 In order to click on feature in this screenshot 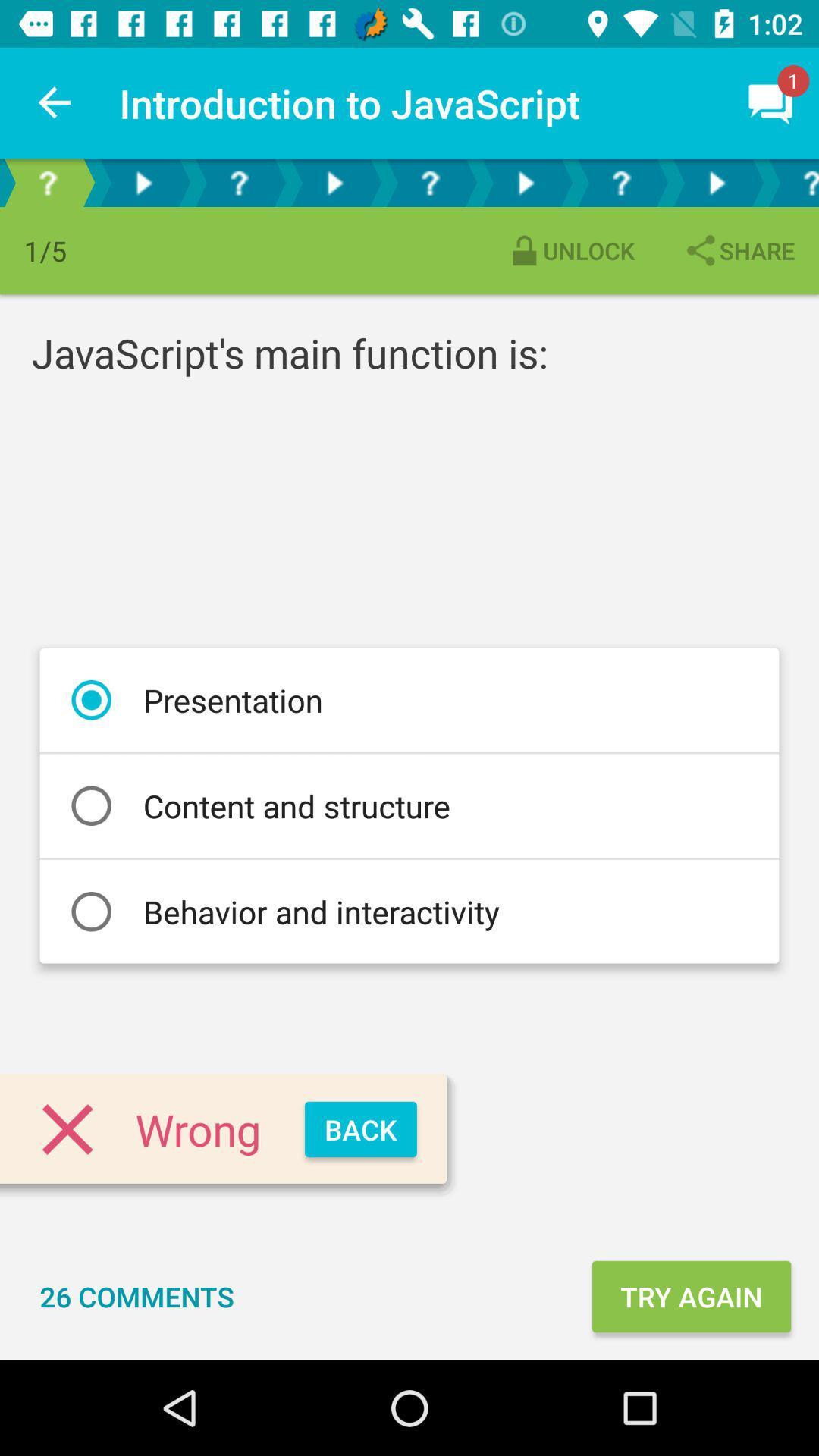, I will do `click(143, 182)`.